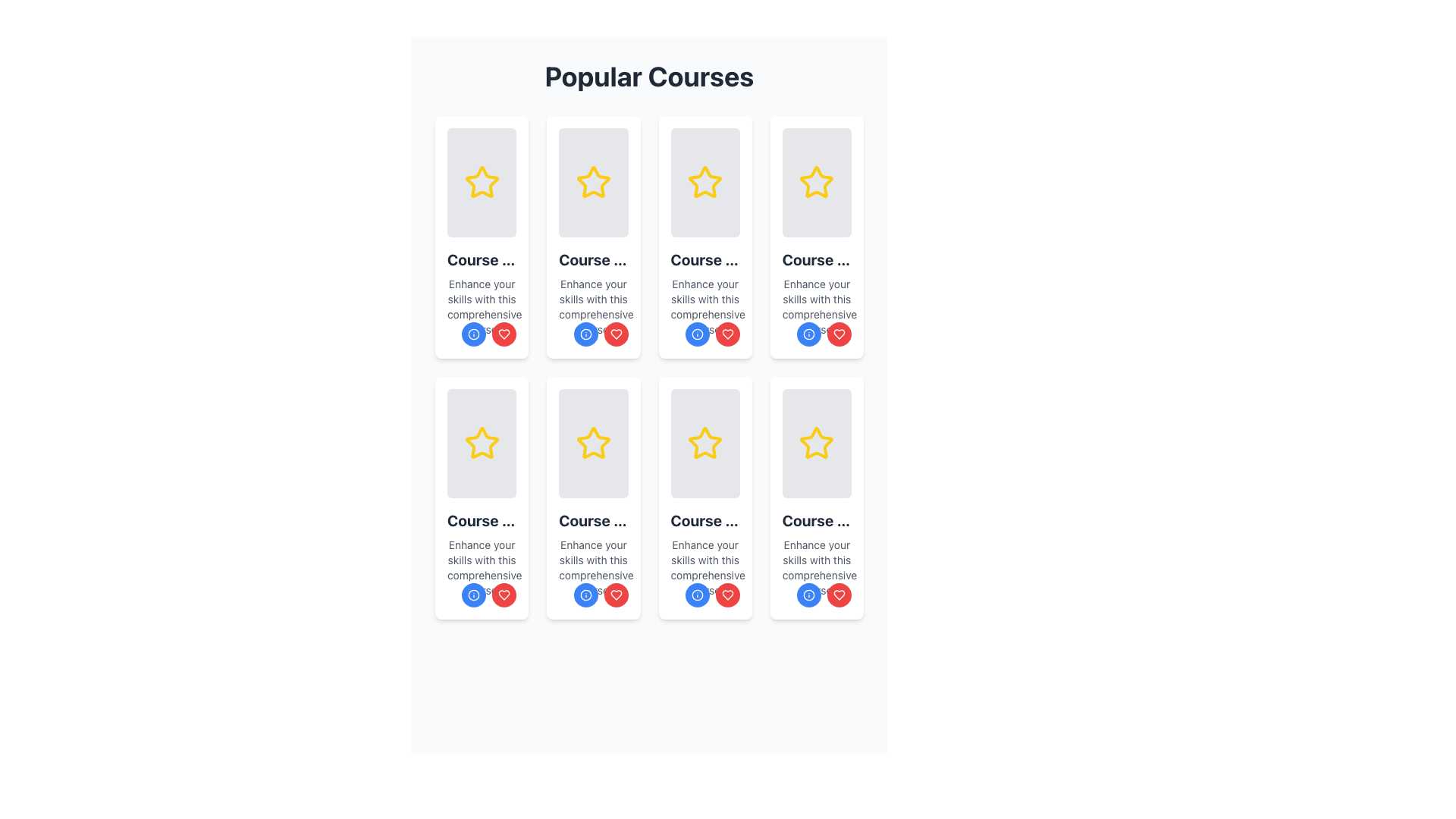  What do you see at coordinates (696, 333) in the screenshot?
I see `the circular icon located at the bottom section of a card component, which is part of a grid layout, positioned next to a heart-shaped icon` at bounding box center [696, 333].